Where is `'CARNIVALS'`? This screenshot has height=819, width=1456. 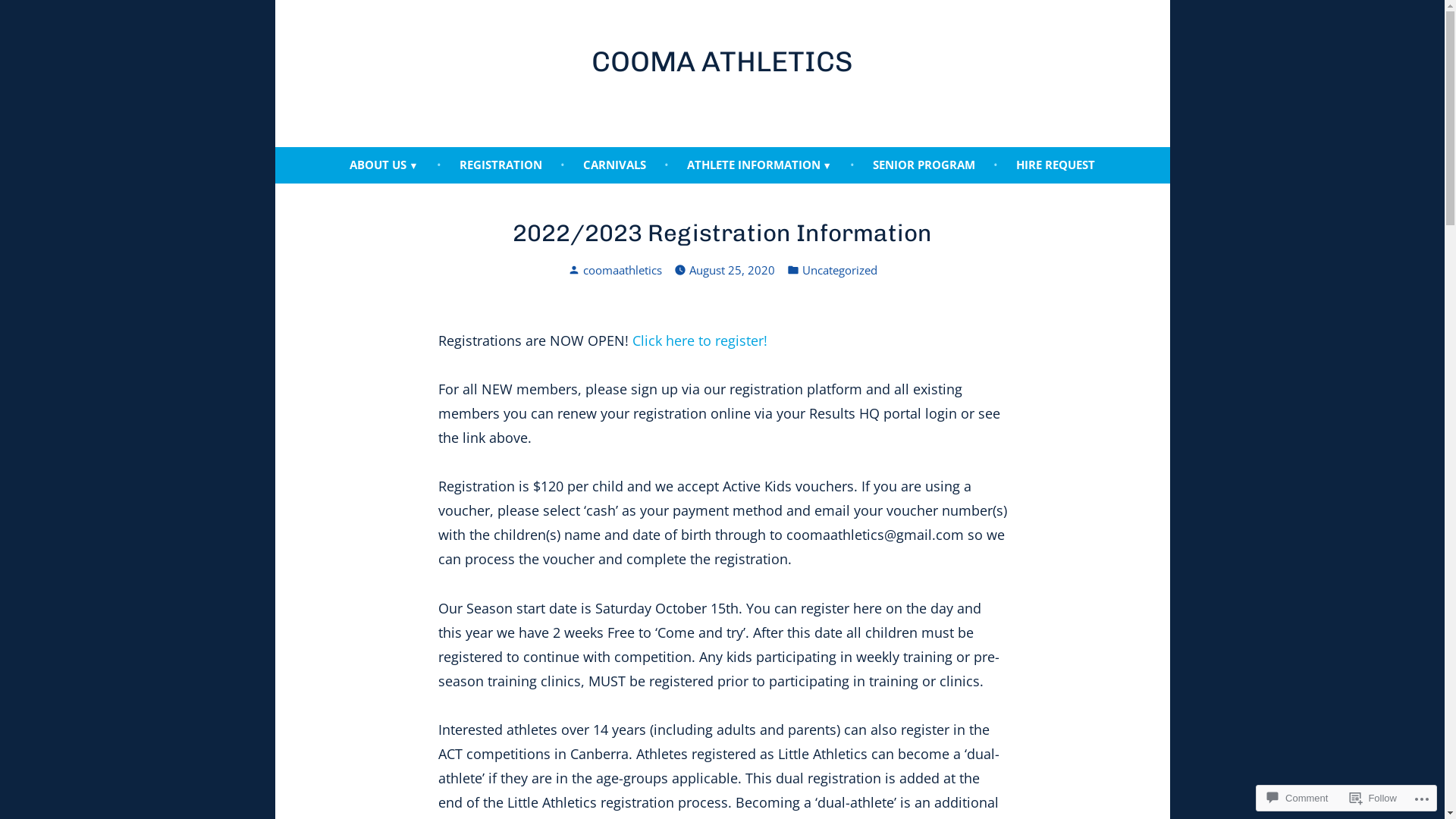
'CARNIVALS' is located at coordinates (613, 165).